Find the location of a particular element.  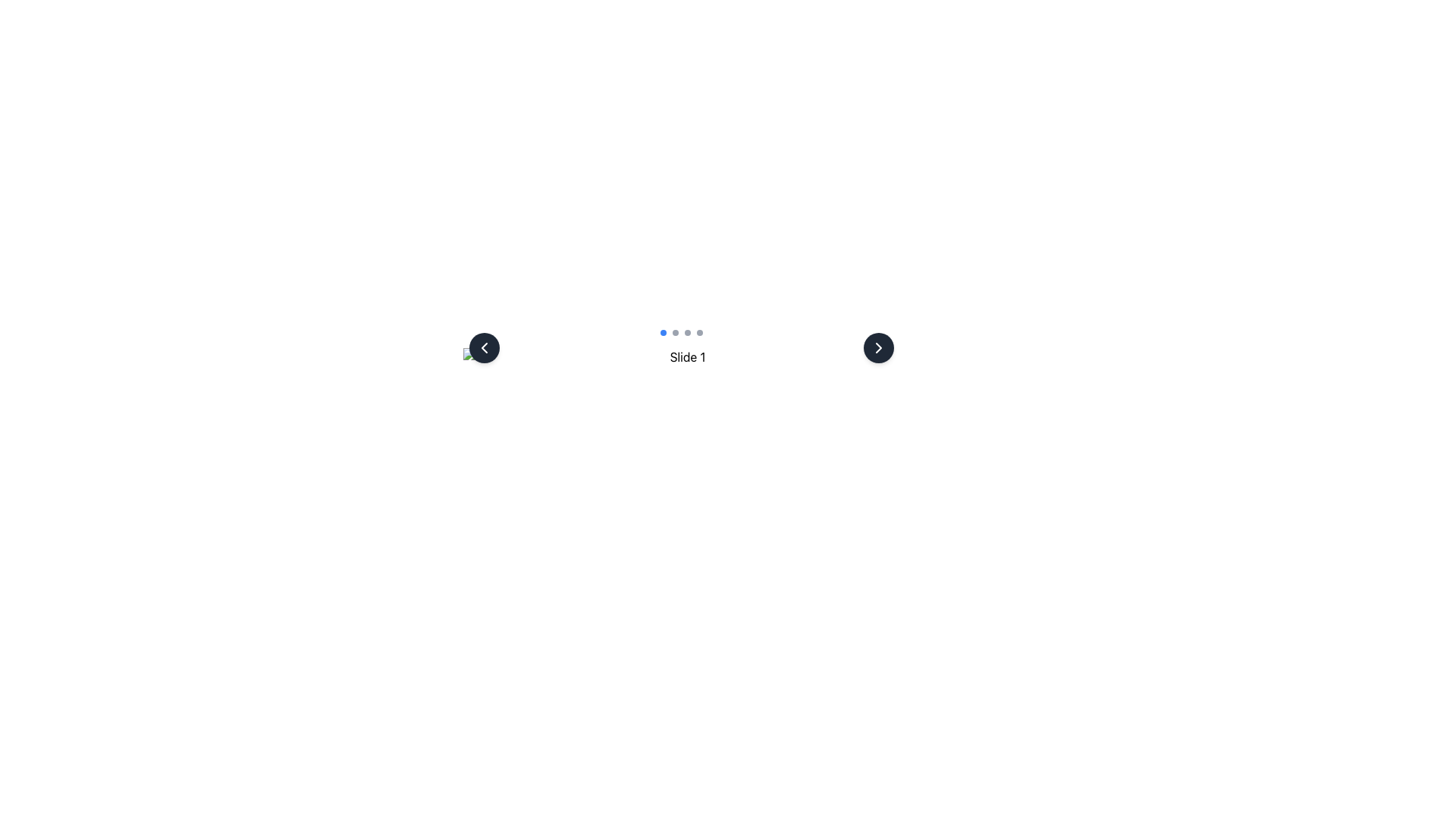

the left navigation button in the carousel control is located at coordinates (483, 348).